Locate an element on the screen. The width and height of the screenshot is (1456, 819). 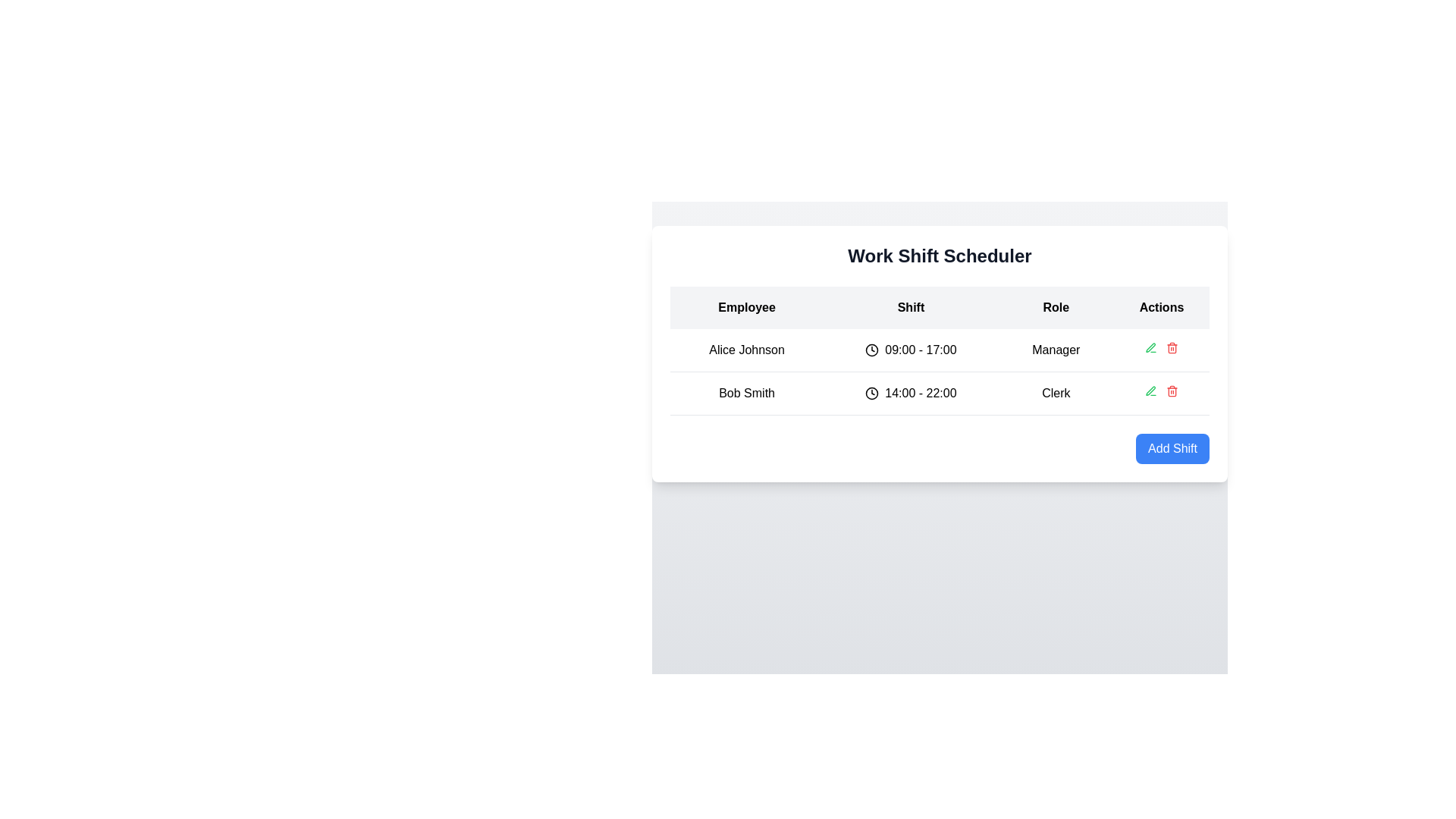
the clock icon next to the shift timing for 'Alice Johnson' in the table, which visually represents the concept of time is located at coordinates (872, 350).